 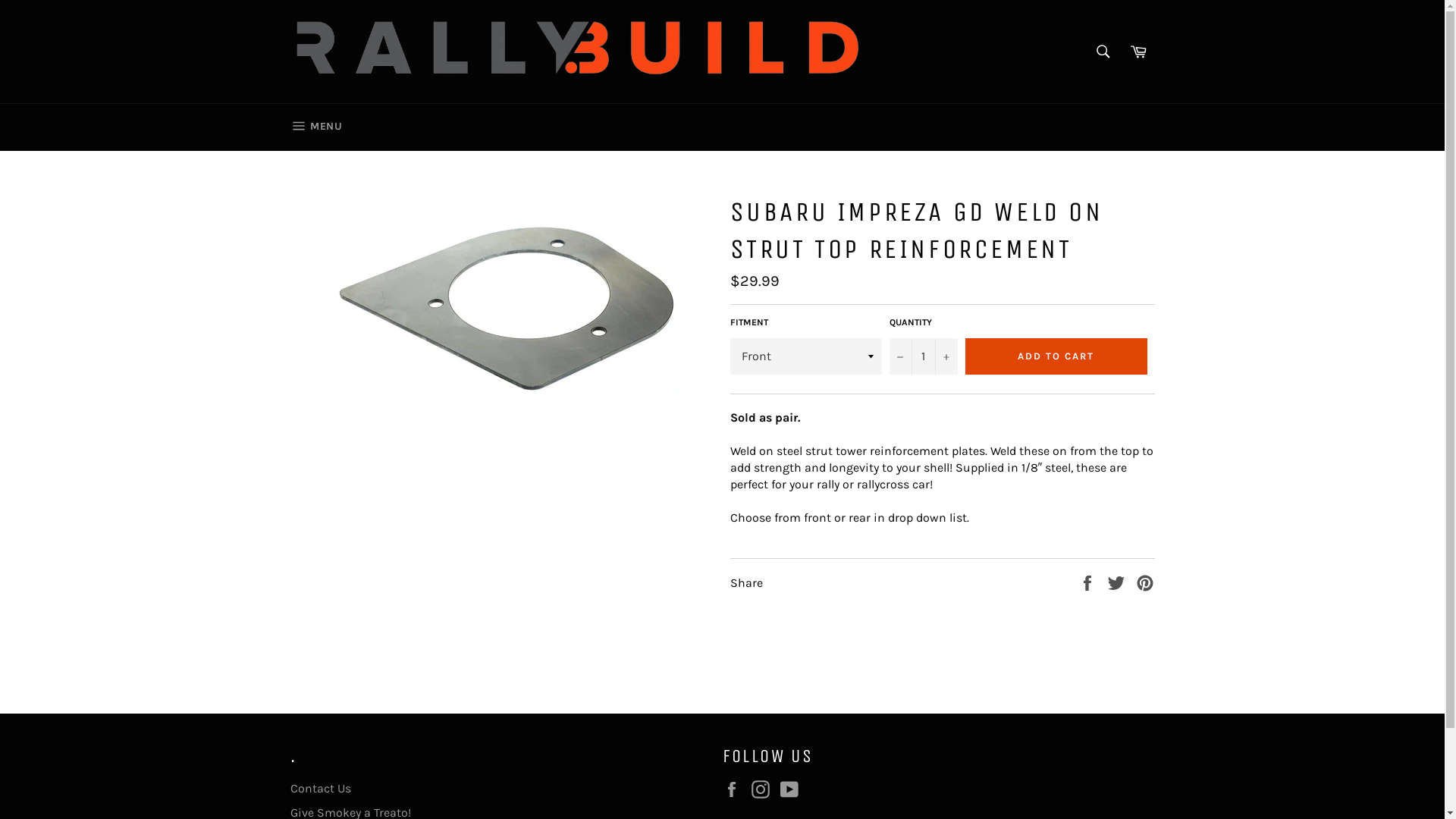 What do you see at coordinates (1103, 51) in the screenshot?
I see `'Search'` at bounding box center [1103, 51].